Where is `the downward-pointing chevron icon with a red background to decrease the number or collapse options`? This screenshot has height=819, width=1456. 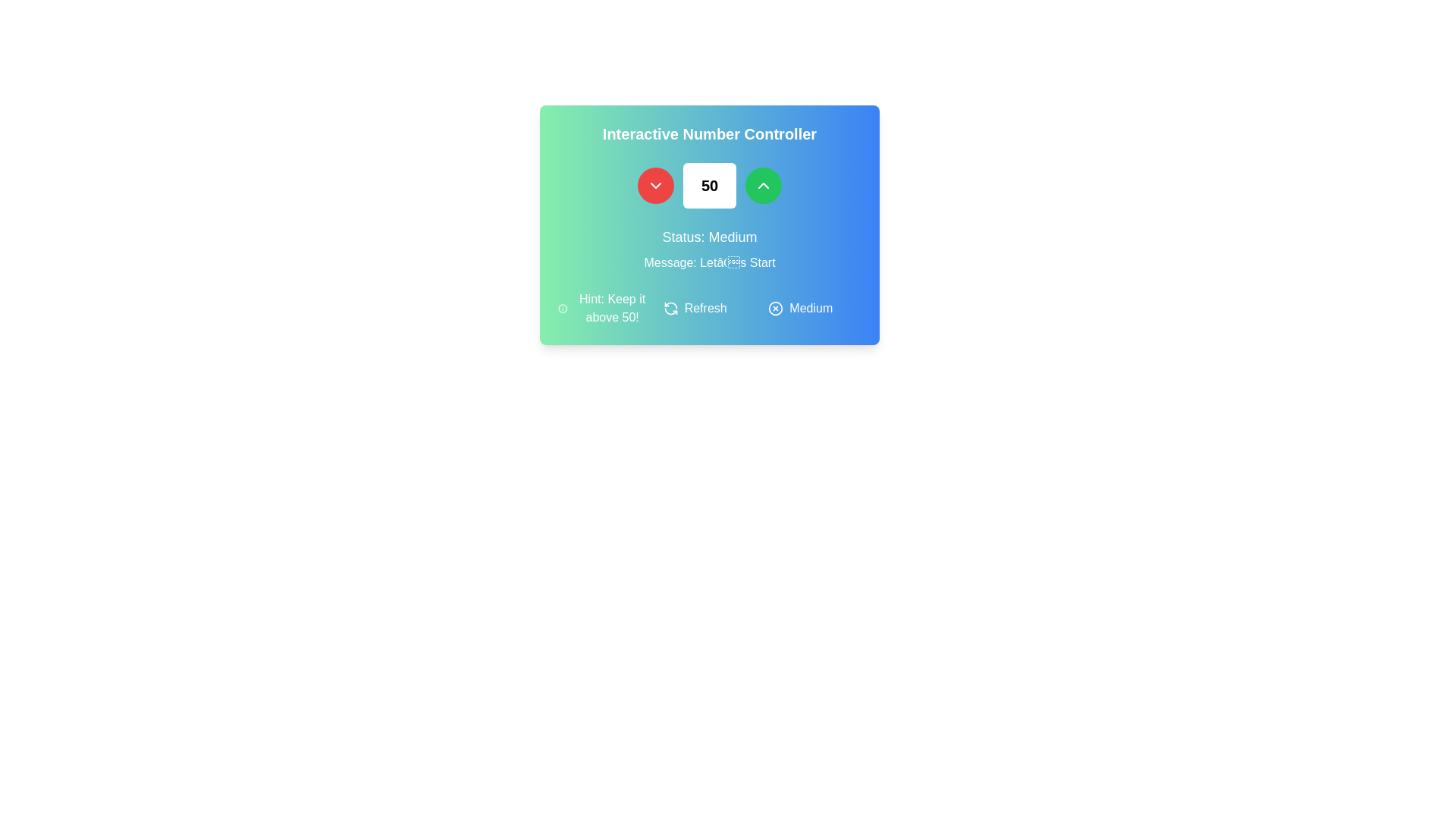 the downward-pointing chevron icon with a red background to decrease the number or collapse options is located at coordinates (655, 185).